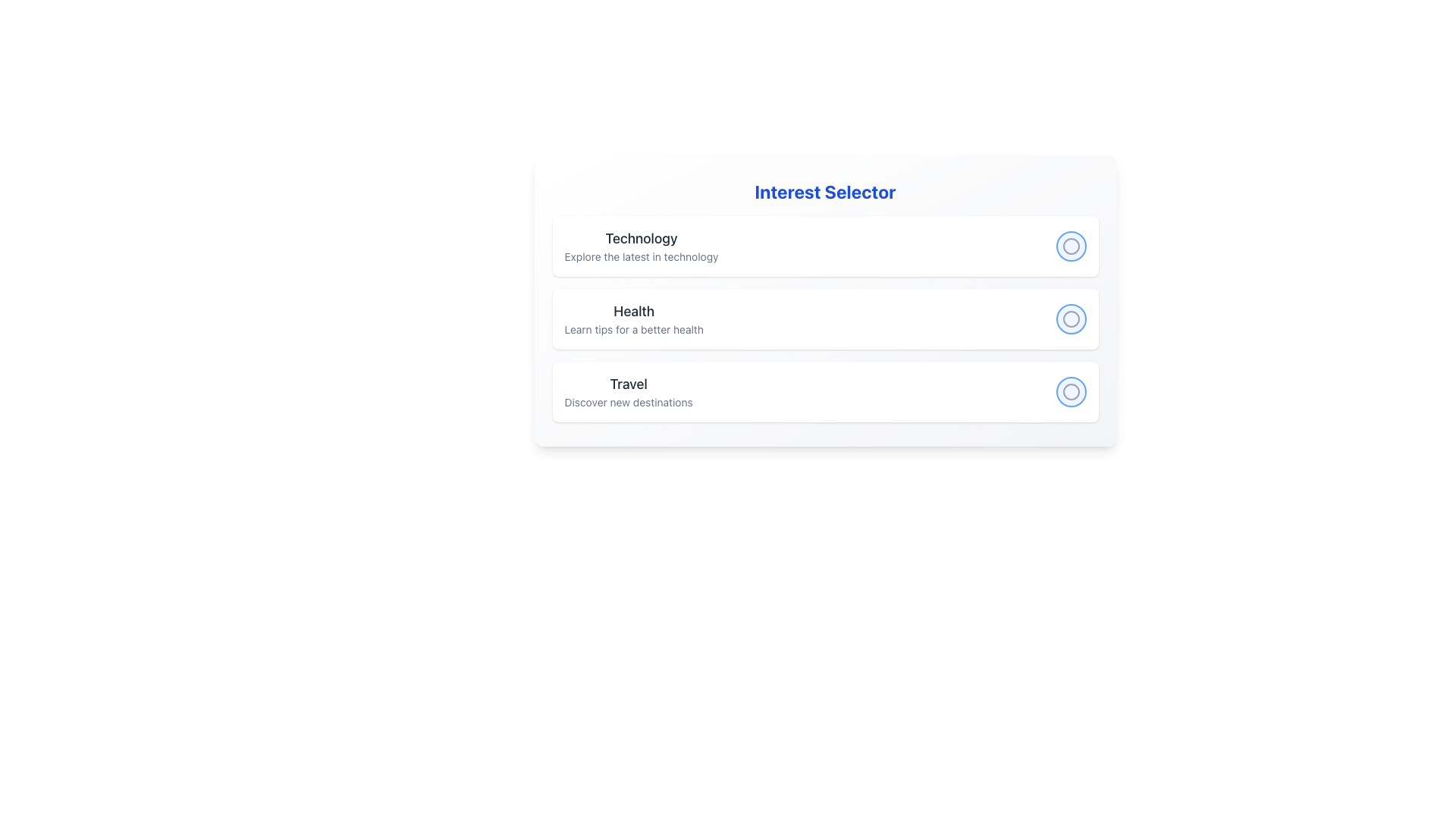 This screenshot has width=1456, height=819. Describe the element at coordinates (1070, 391) in the screenshot. I see `the third circular icon from the top in the 'Interest Selector' list, which has a gray border and transparent center` at that location.